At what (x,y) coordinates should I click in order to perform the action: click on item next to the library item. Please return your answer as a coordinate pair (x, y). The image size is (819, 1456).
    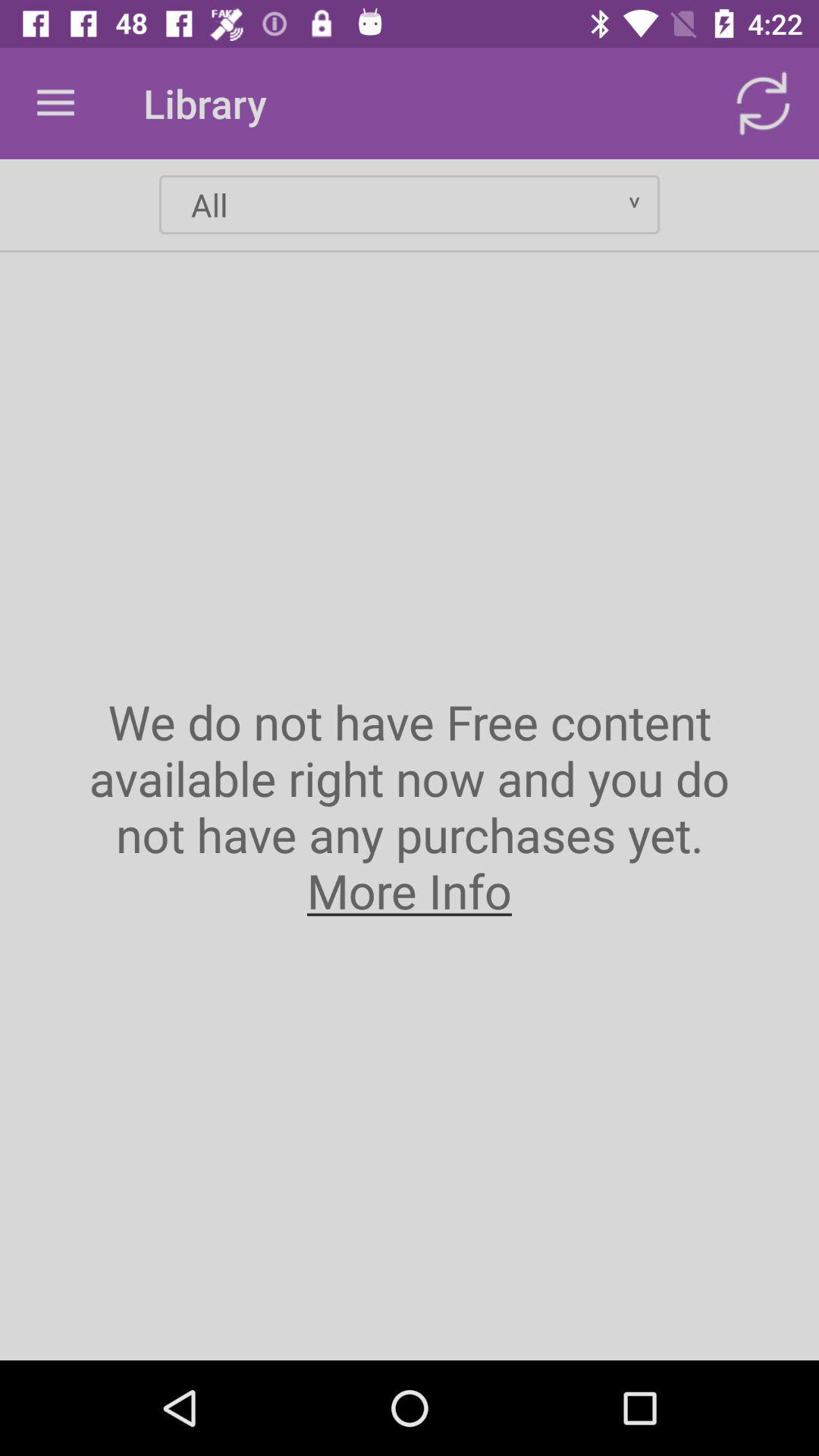
    Looking at the image, I should click on (763, 102).